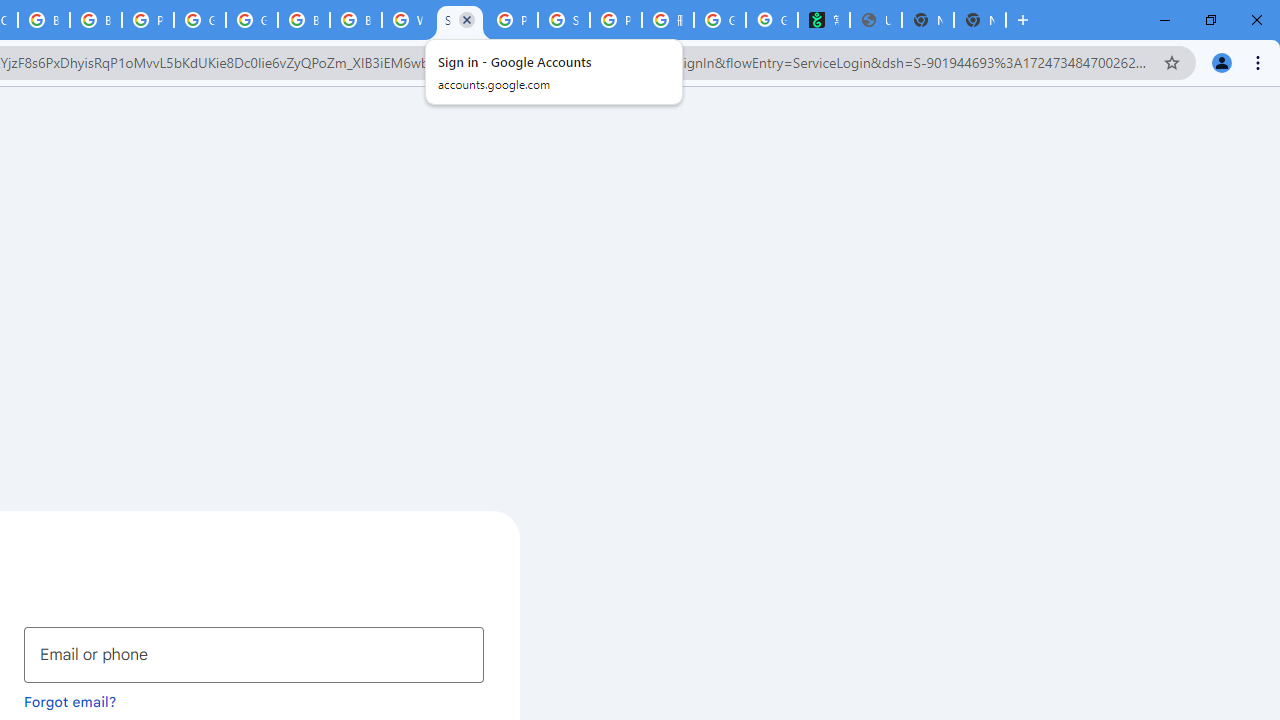  Describe the element at coordinates (70, 700) in the screenshot. I see `'Forgot email?'` at that location.